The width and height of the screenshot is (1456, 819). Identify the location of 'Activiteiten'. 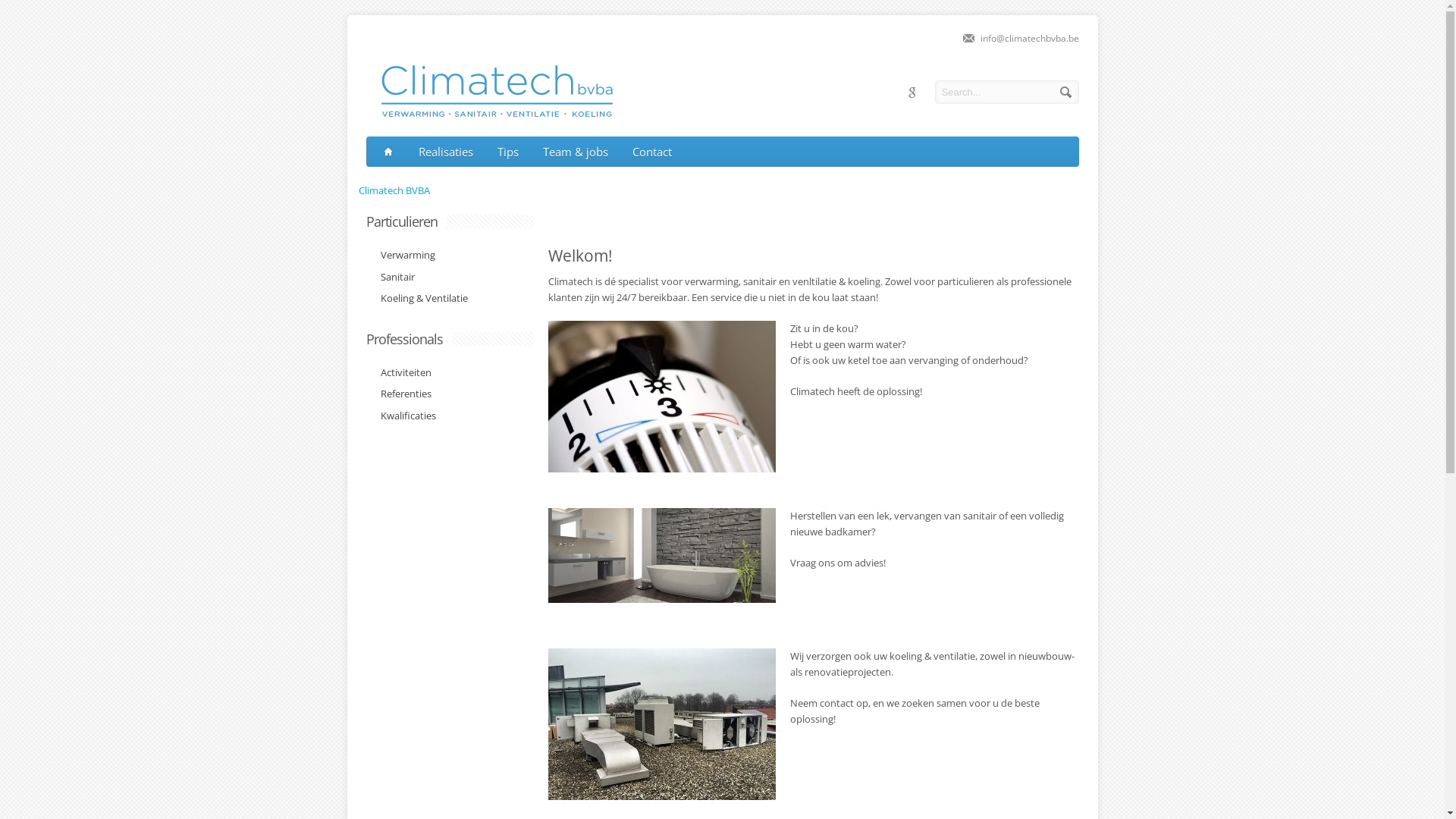
(401, 373).